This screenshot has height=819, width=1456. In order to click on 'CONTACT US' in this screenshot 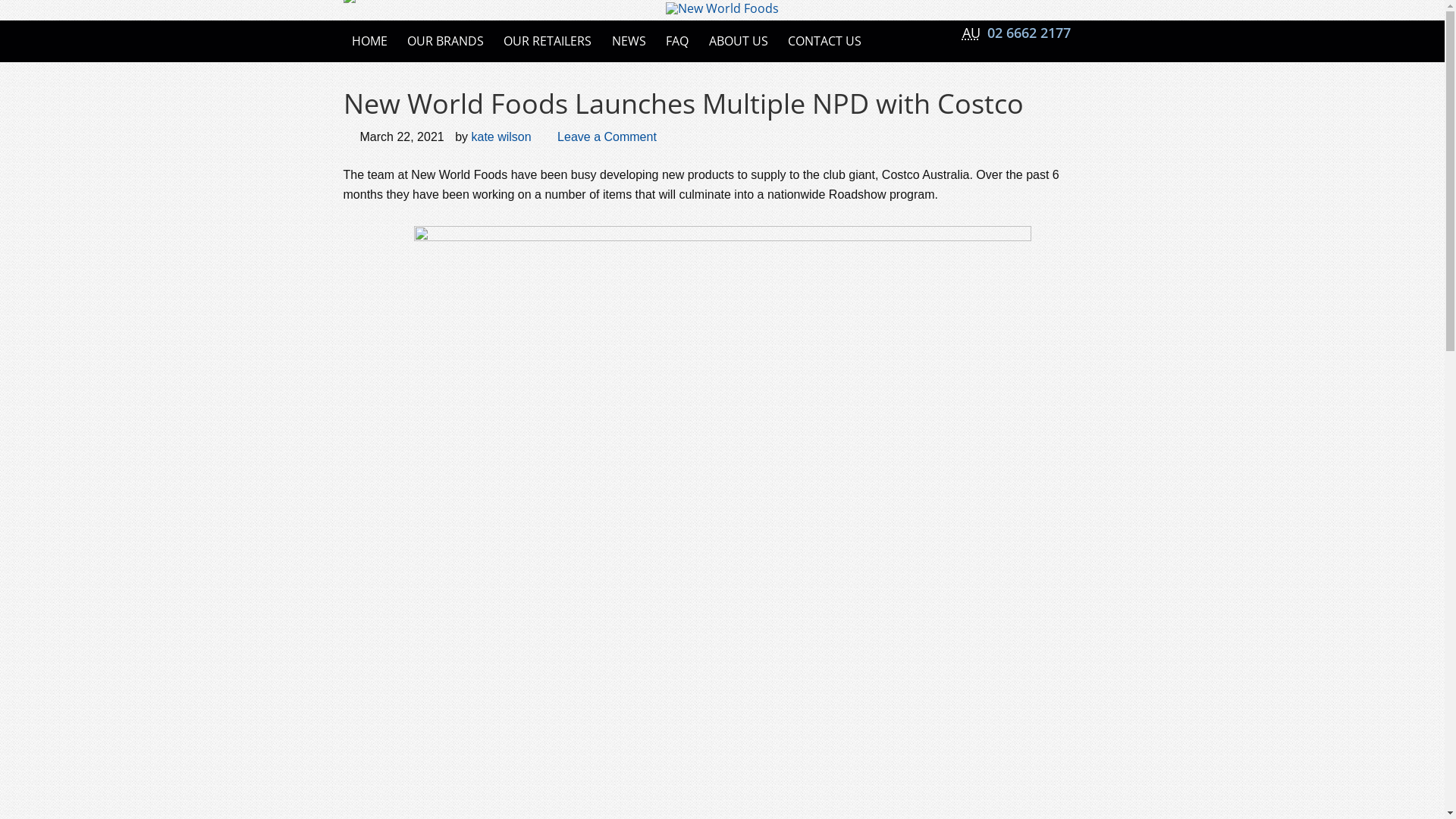, I will do `click(824, 40)`.